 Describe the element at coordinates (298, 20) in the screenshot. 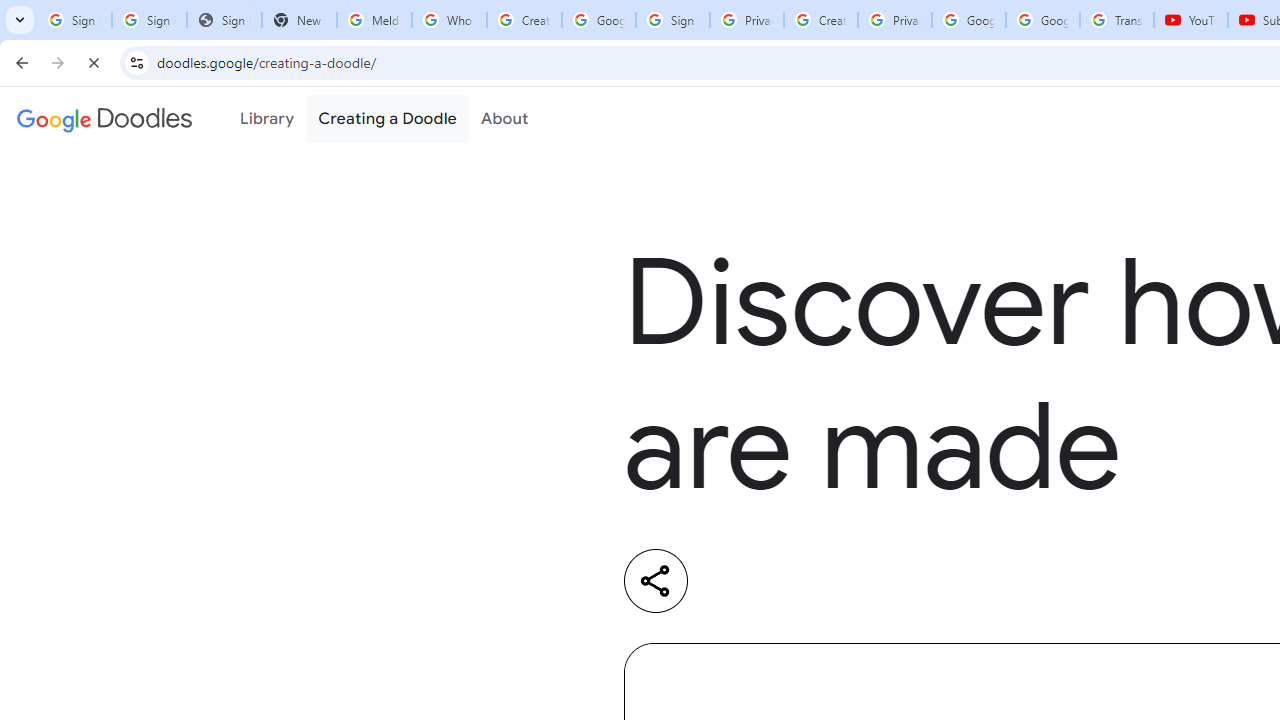

I see `'New Tab'` at that location.